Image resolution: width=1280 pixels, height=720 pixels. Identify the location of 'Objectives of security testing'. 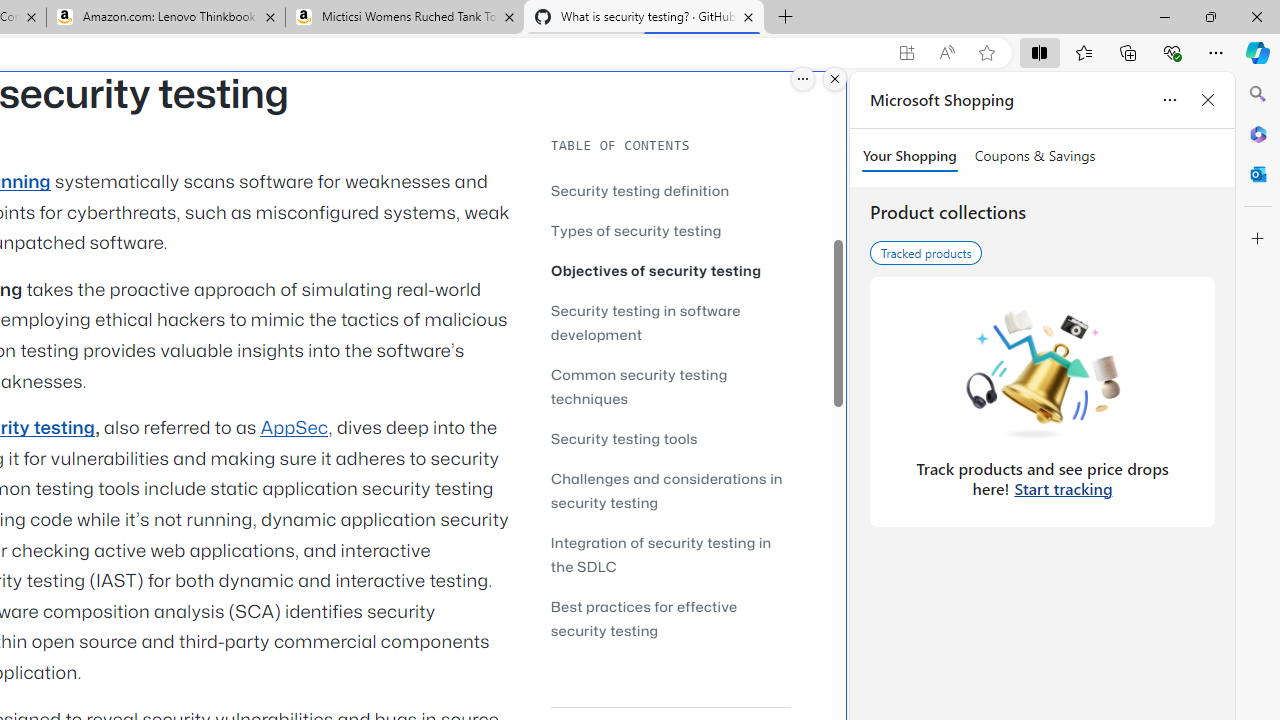
(656, 270).